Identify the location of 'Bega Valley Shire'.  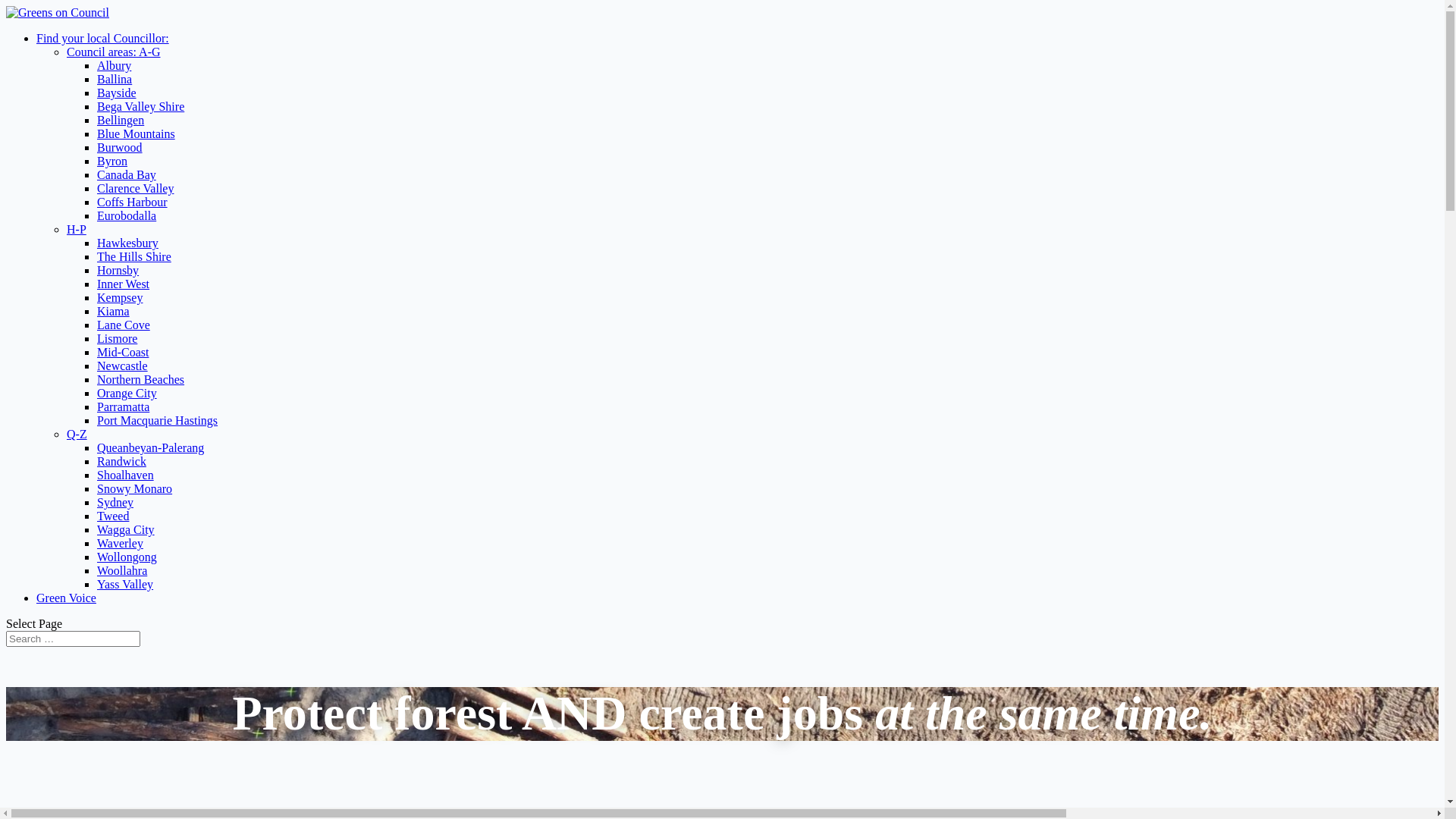
(140, 105).